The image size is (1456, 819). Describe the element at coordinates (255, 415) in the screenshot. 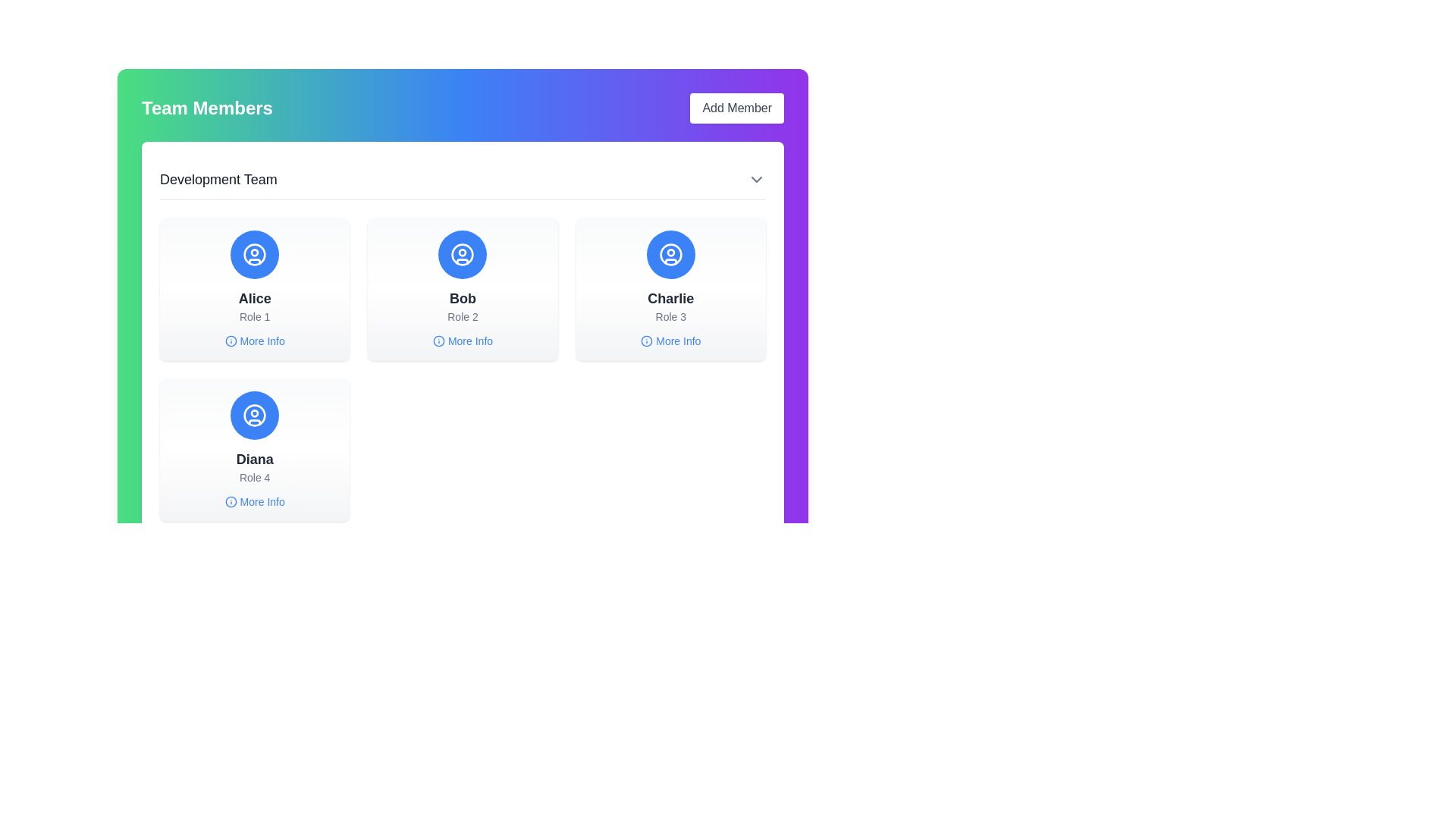

I see `the circular blue user icon with a white head and shoulders outline, located at the top of the card titled 'Diana' in the fourth position of a team grid layout` at that location.